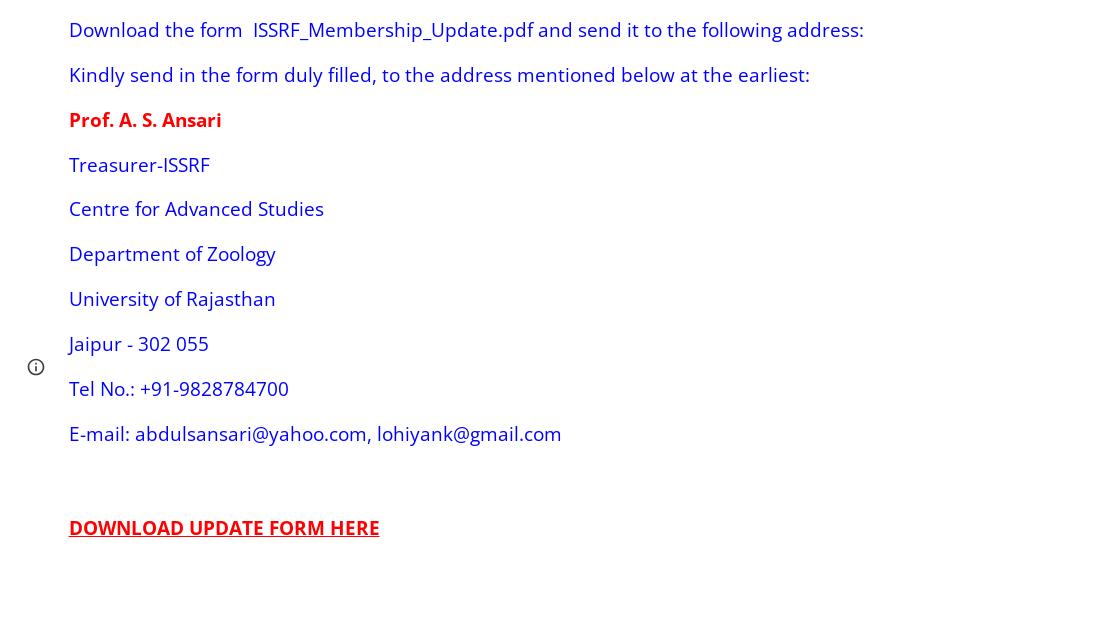 The width and height of the screenshot is (1100, 617). What do you see at coordinates (223, 526) in the screenshot?
I see `'DOWNLOAD UPDATE FORM HERE'` at bounding box center [223, 526].